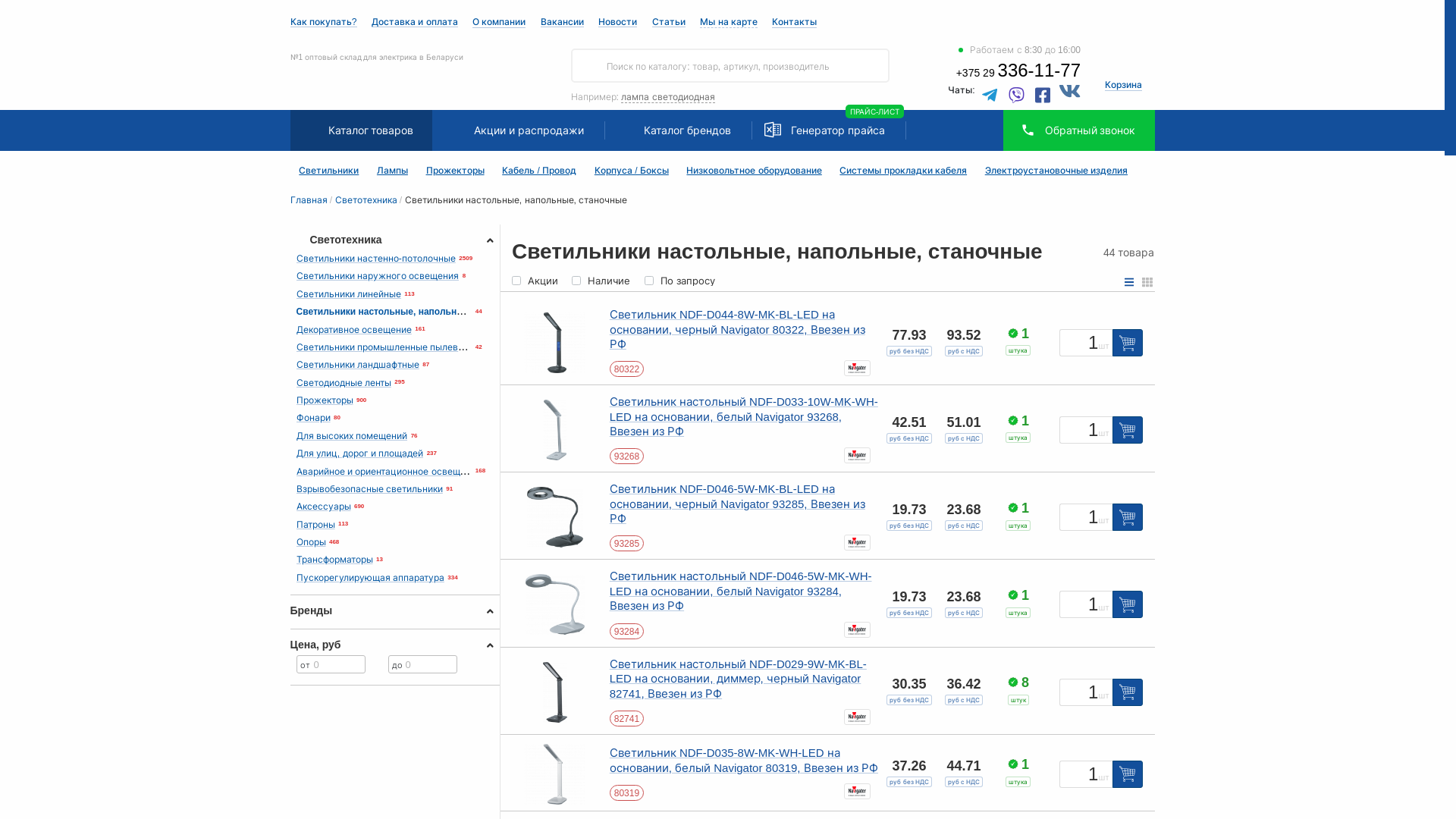 The image size is (1456, 819). What do you see at coordinates (1018, 73) in the screenshot?
I see `'+375 29 336-11-77'` at bounding box center [1018, 73].